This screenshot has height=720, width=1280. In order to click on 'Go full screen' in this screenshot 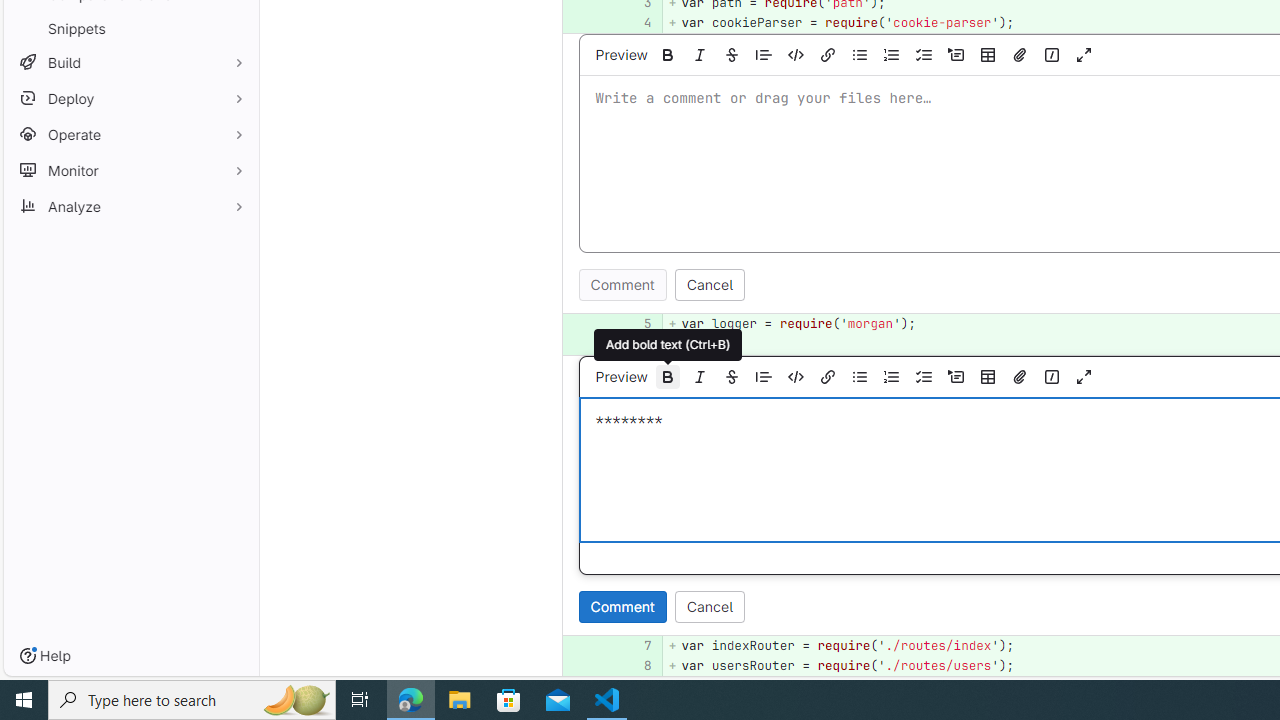, I will do `click(1083, 376)`.